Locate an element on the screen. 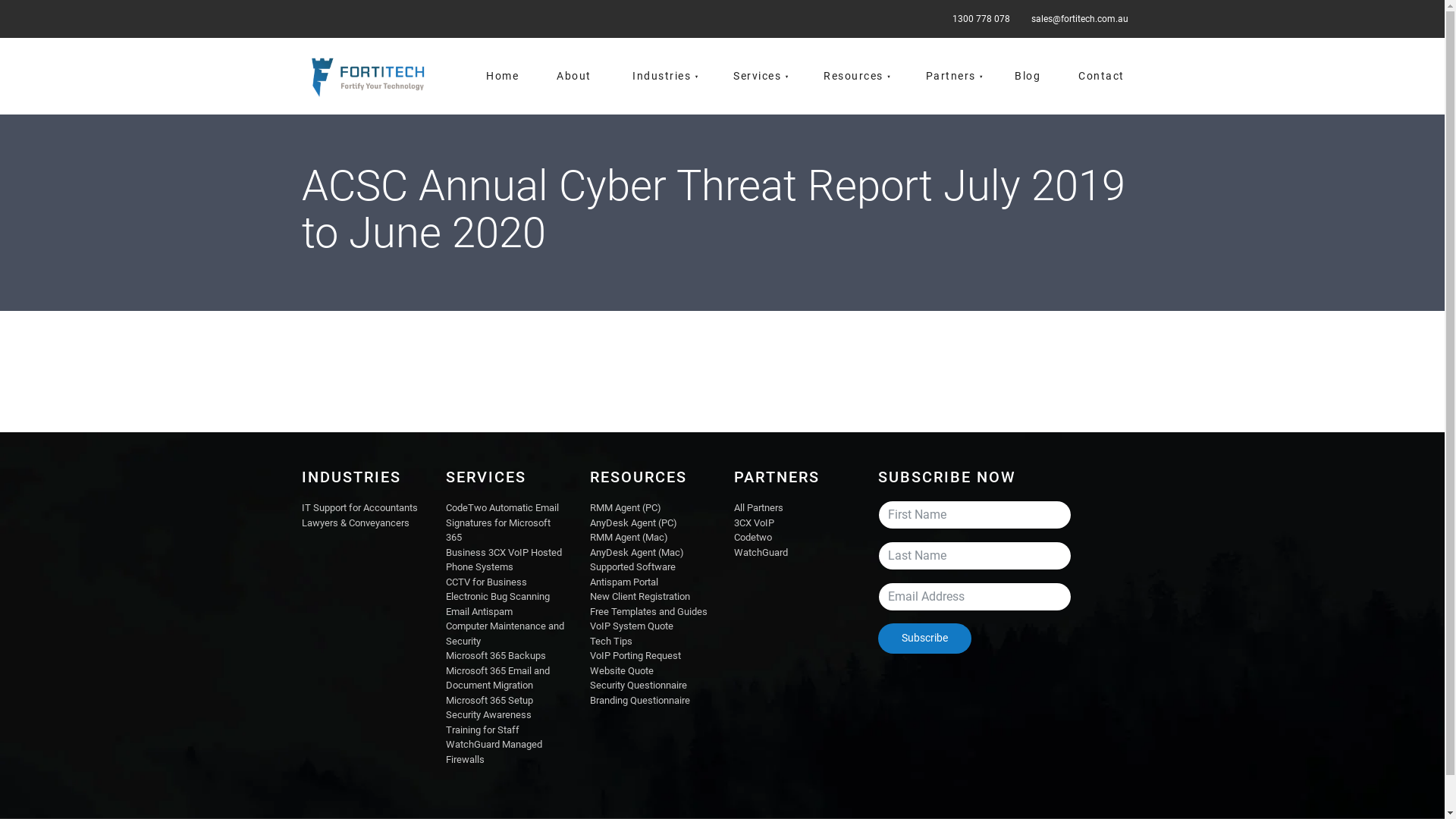 Image resolution: width=1456 pixels, height=819 pixels. '3CX VoIP' is located at coordinates (754, 522).